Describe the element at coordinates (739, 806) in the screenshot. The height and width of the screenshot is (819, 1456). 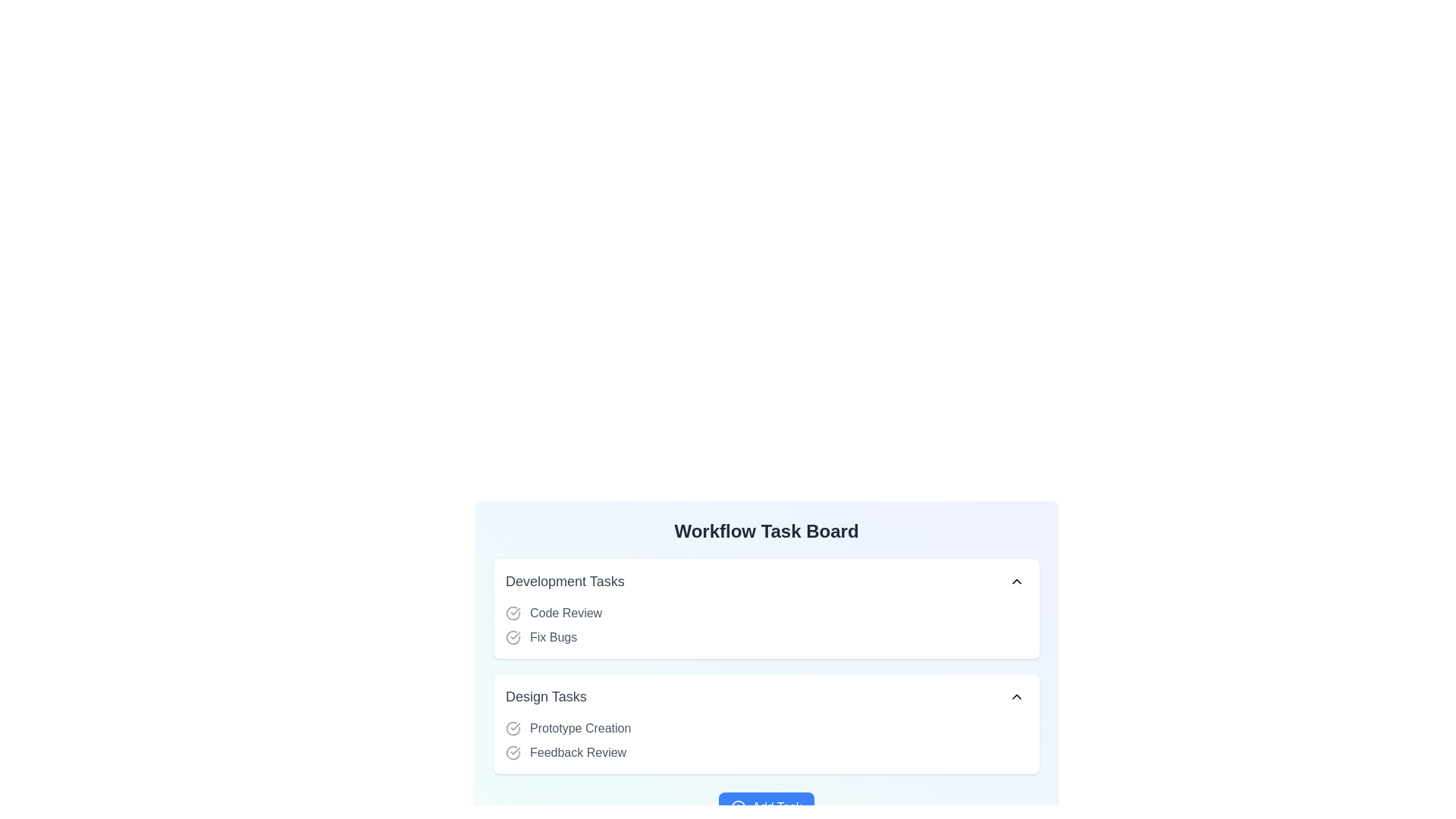
I see `the icon located to the left of the 'Add Task' button, which serves as a visual indicator for adding a new task` at that location.